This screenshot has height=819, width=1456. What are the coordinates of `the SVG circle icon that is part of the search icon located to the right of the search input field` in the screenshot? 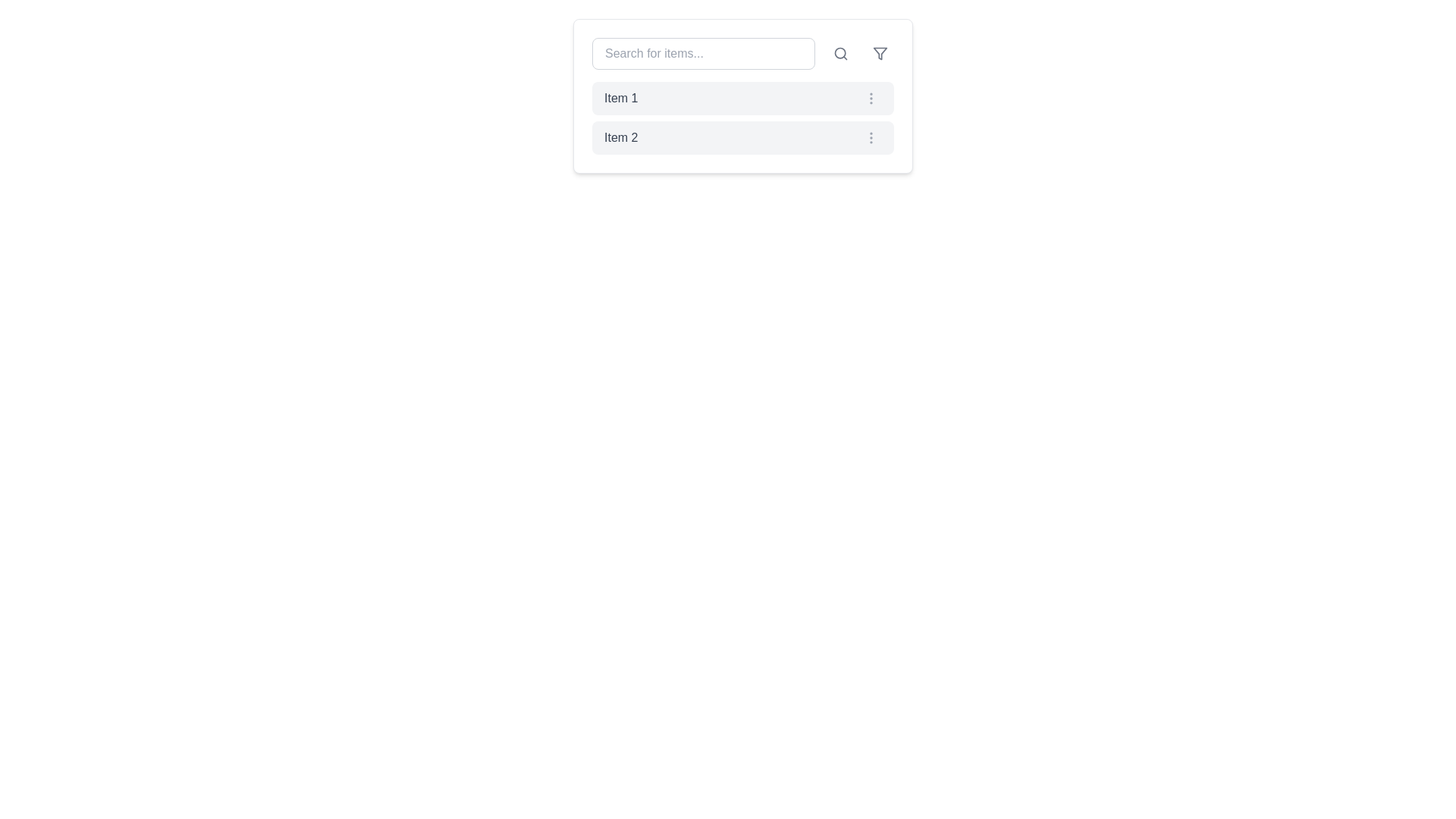 It's located at (839, 52).